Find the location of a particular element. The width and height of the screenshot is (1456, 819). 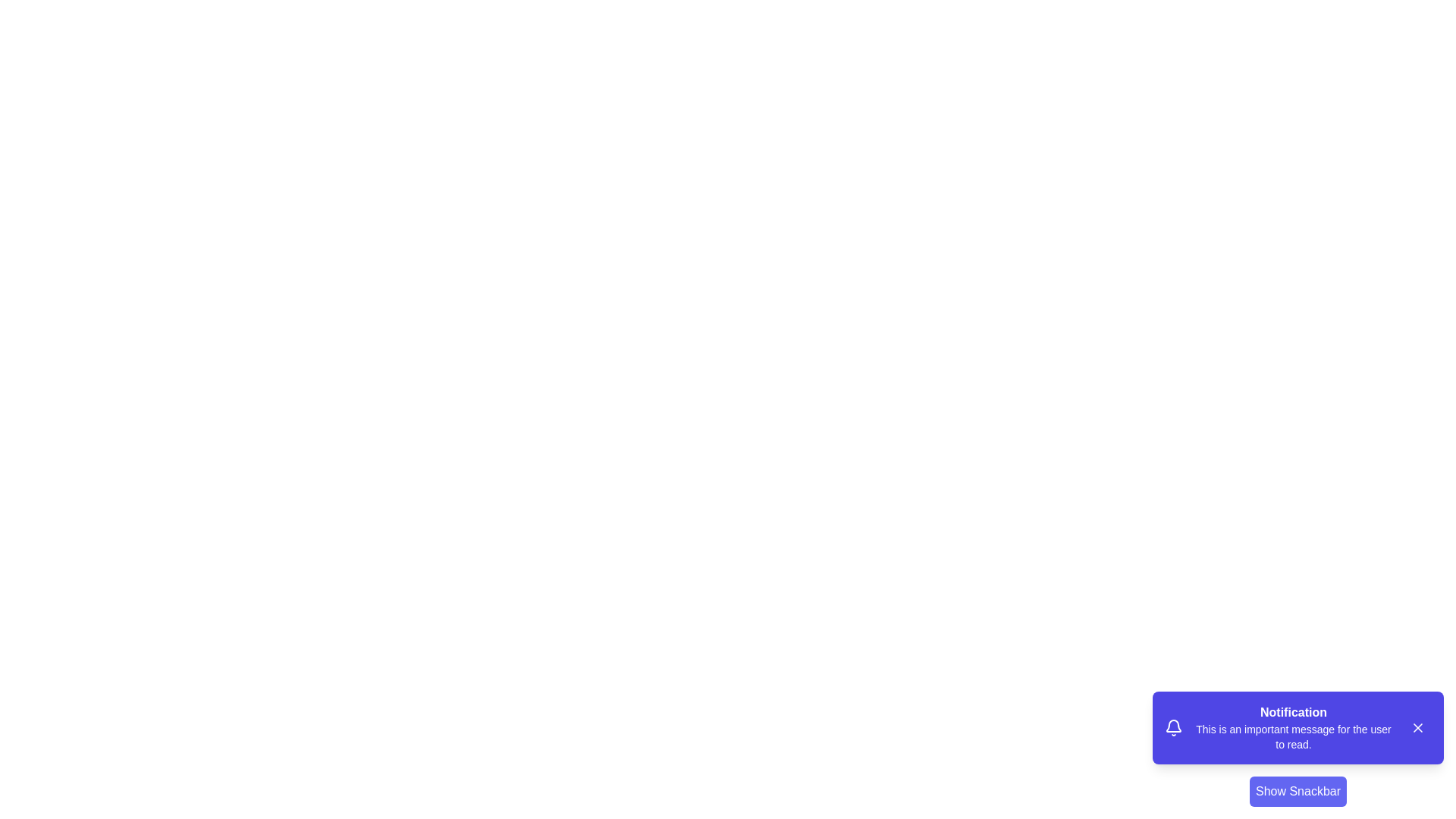

the close button icon, which is a small 'X' symbol located in the upper-right corner of the notification card is located at coordinates (1417, 727).